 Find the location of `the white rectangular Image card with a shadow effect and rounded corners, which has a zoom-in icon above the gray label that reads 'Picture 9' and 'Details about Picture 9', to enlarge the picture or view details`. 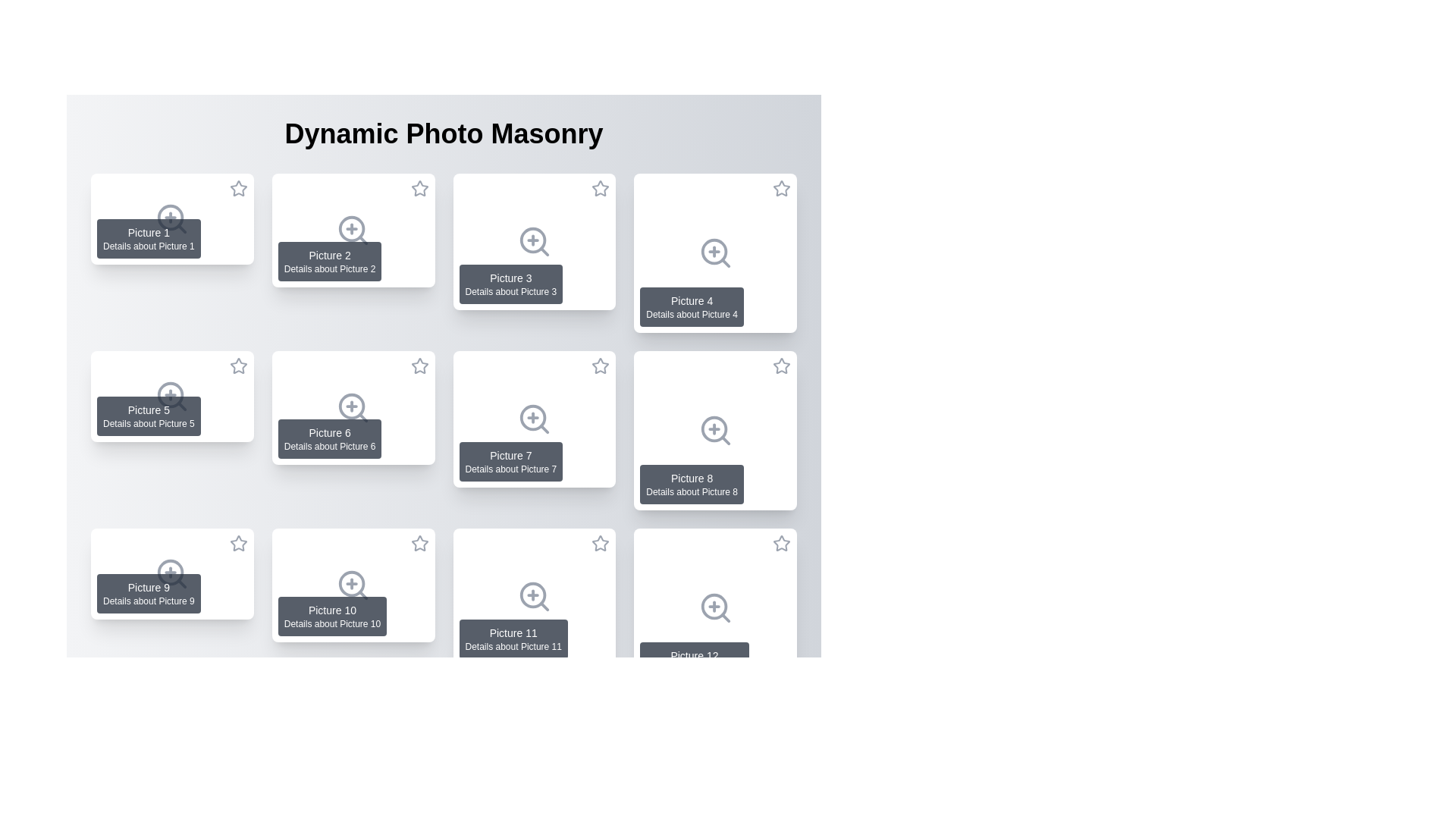

the white rectangular Image card with a shadow effect and rounded corners, which has a zoom-in icon above the gray label that reads 'Picture 9' and 'Details about Picture 9', to enlarge the picture or view details is located at coordinates (172, 573).